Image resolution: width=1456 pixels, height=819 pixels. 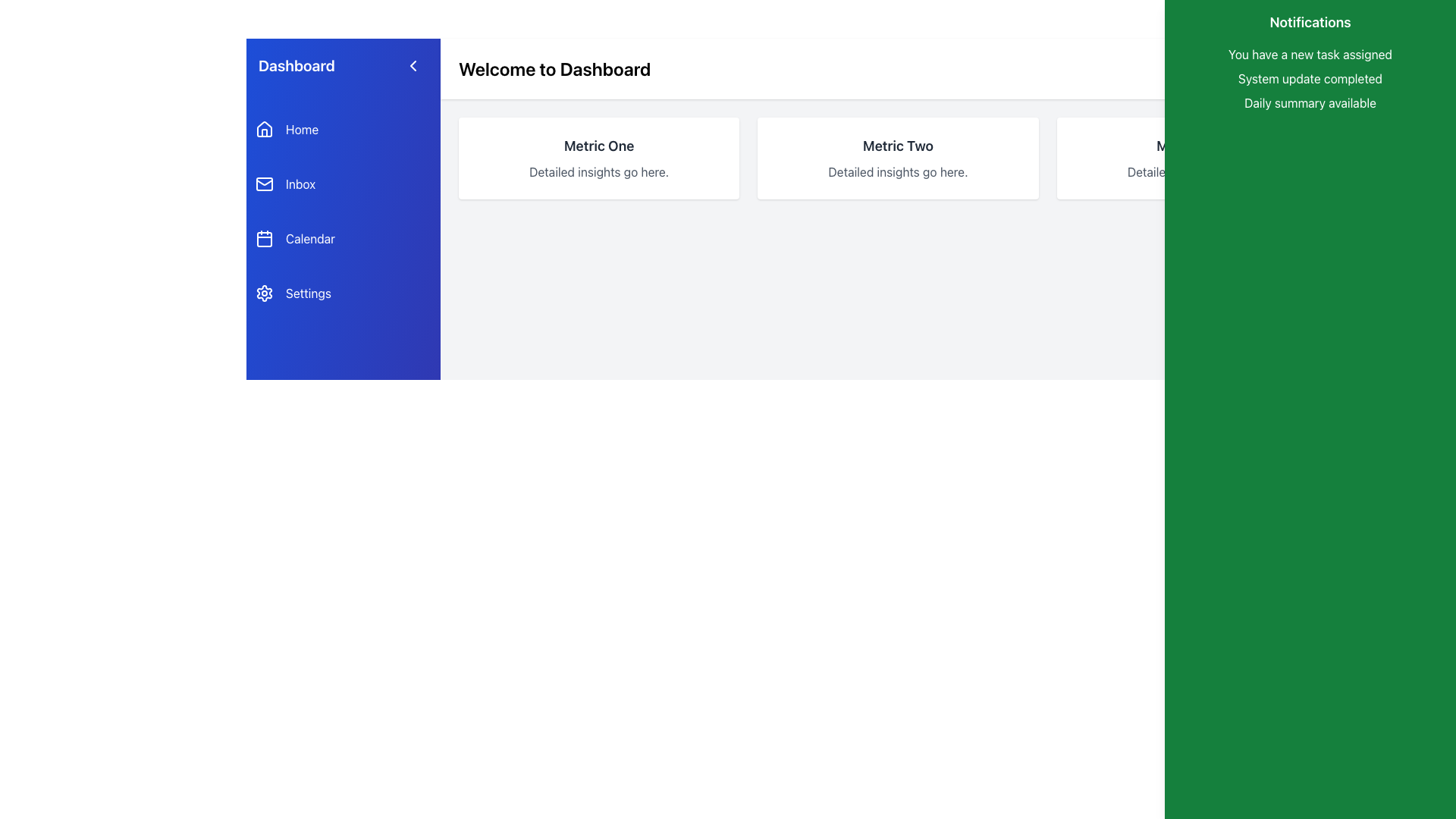 What do you see at coordinates (898, 146) in the screenshot?
I see `text label displaying 'Metric Two' which is a bold, large dark font on a light background in the second metric card` at bounding box center [898, 146].